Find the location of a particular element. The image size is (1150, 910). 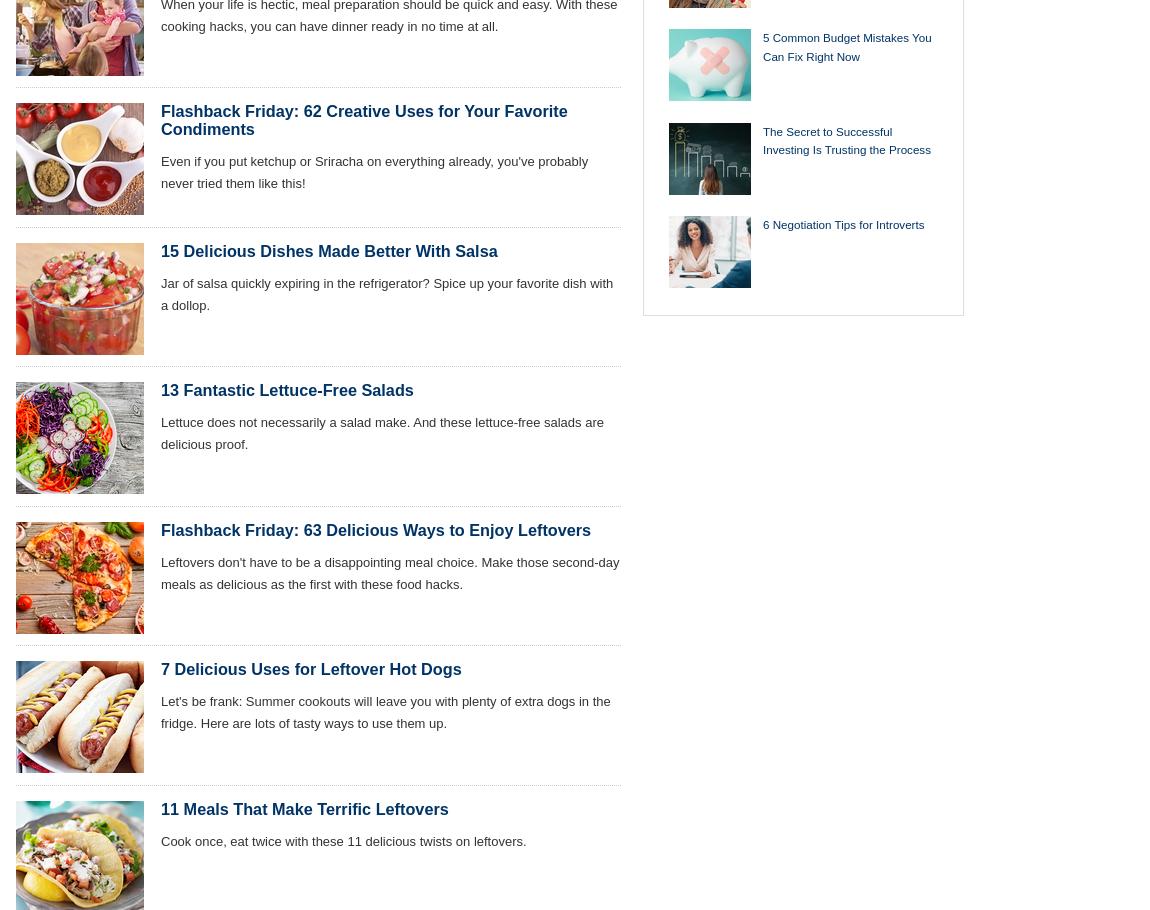

'Cook once, eat twice with these 11 delicious twists on leftovers.' is located at coordinates (343, 840).